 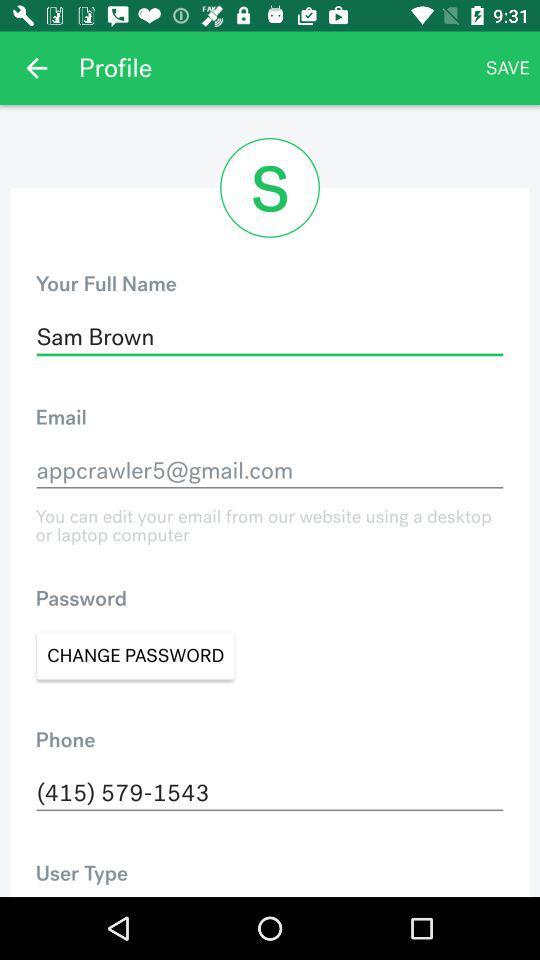 What do you see at coordinates (135, 654) in the screenshot?
I see `the icon below the password icon` at bounding box center [135, 654].